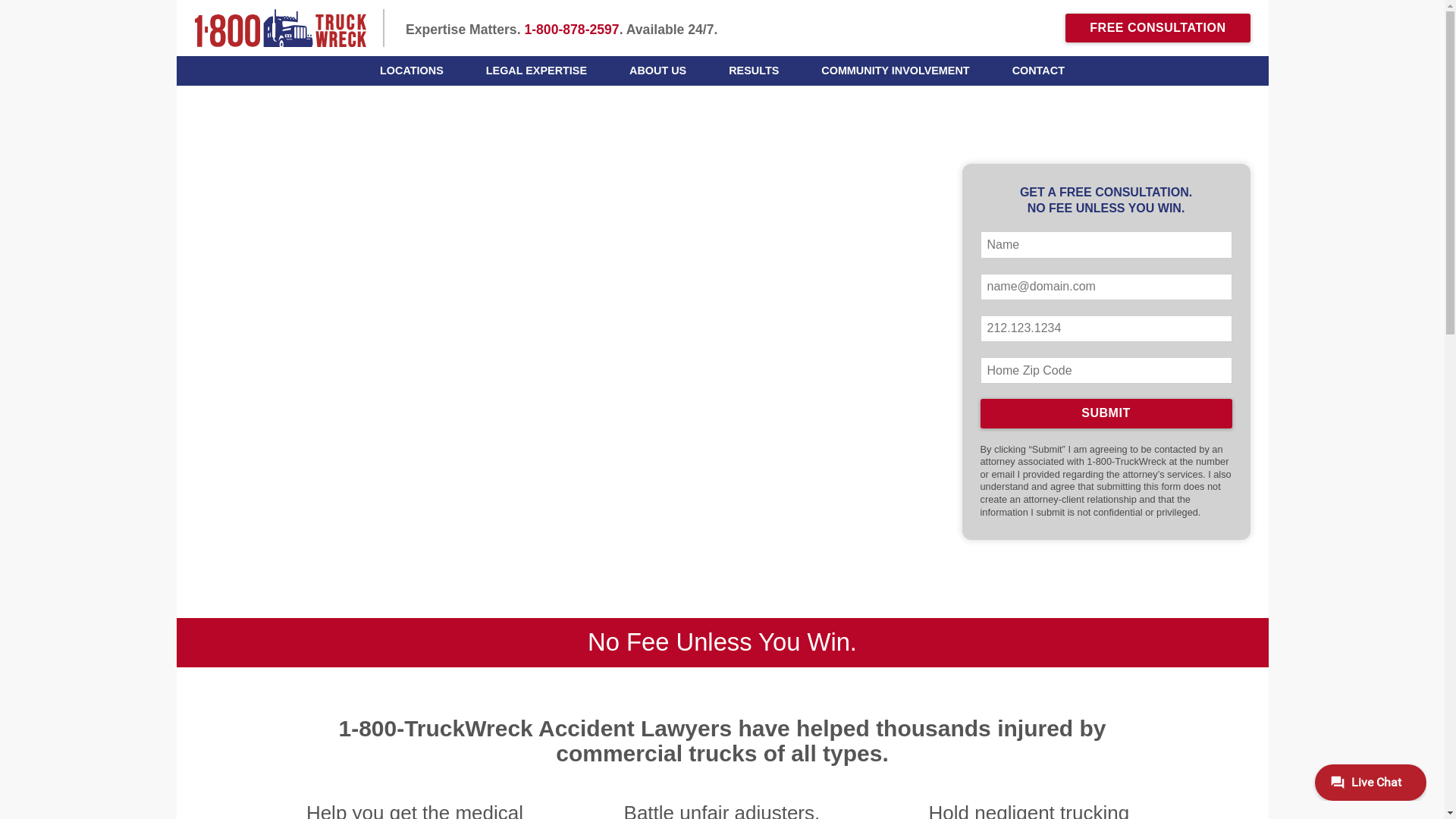 This screenshot has height=819, width=1456. What do you see at coordinates (411, 70) in the screenshot?
I see `'LOCATIONS'` at bounding box center [411, 70].